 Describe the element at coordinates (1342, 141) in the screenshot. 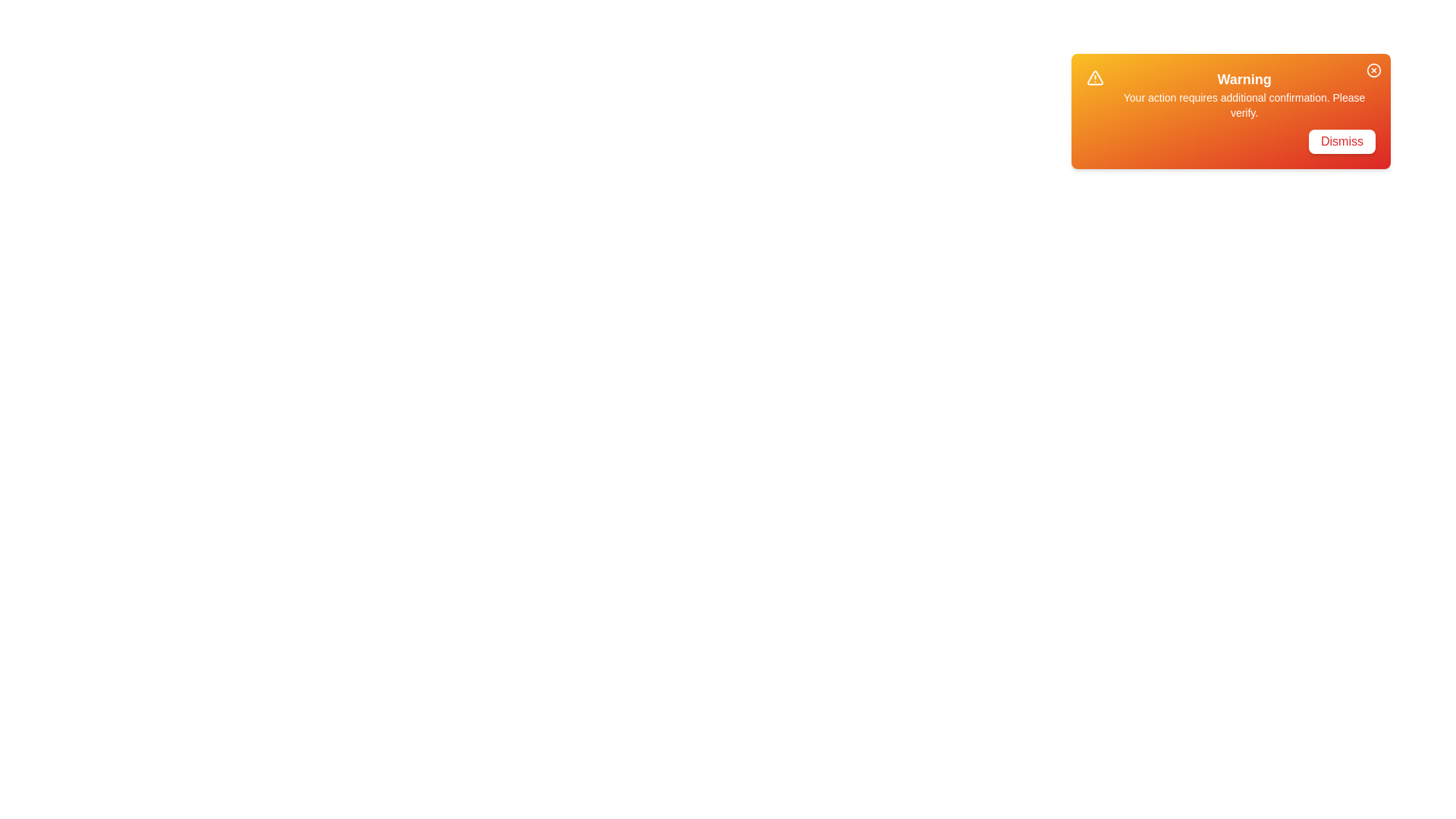

I see `the 'Dismiss' button to dismiss the snackbar` at that location.